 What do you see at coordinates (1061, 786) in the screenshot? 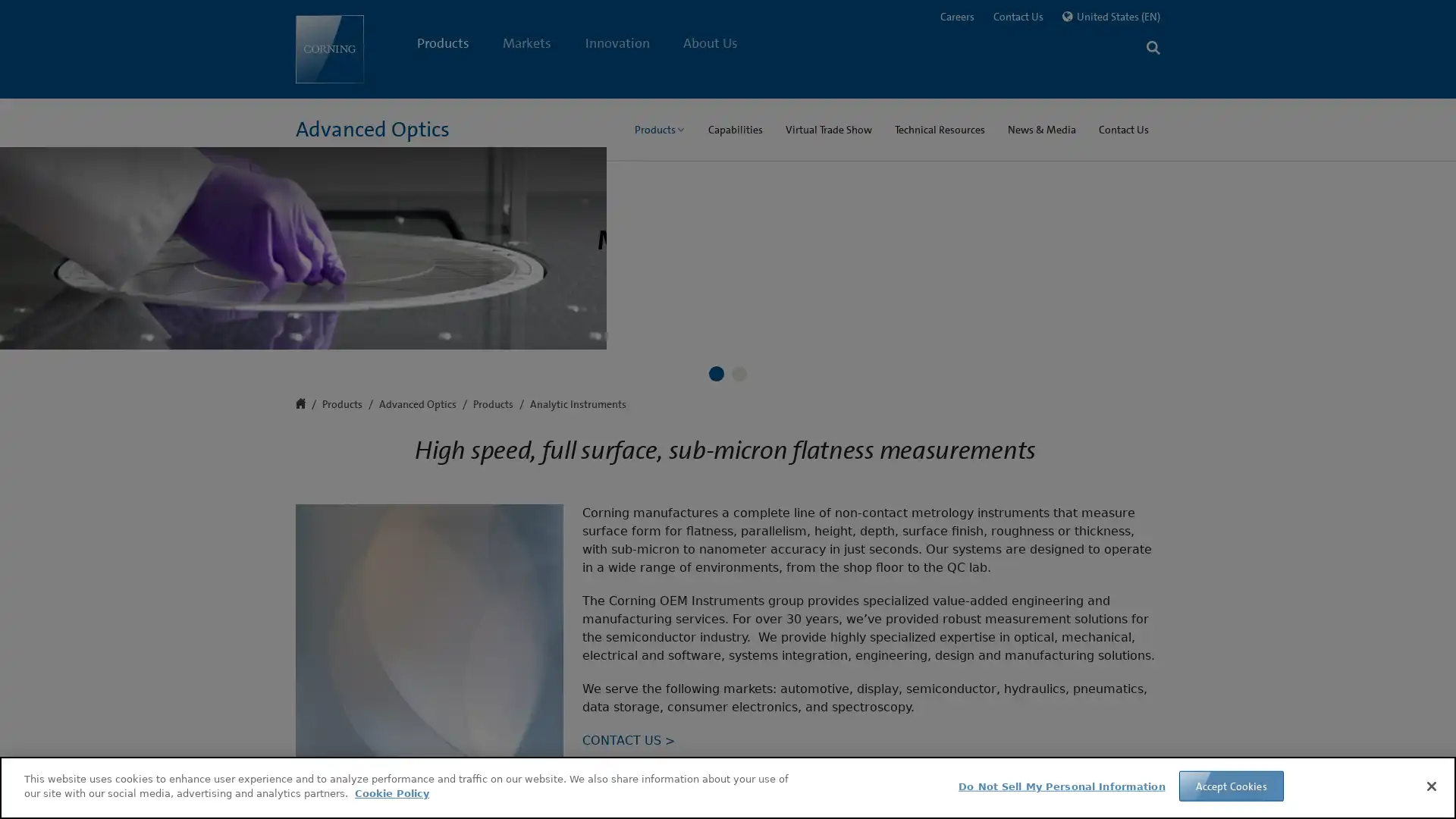
I see `Do Not Sell My Personal Information` at bounding box center [1061, 786].